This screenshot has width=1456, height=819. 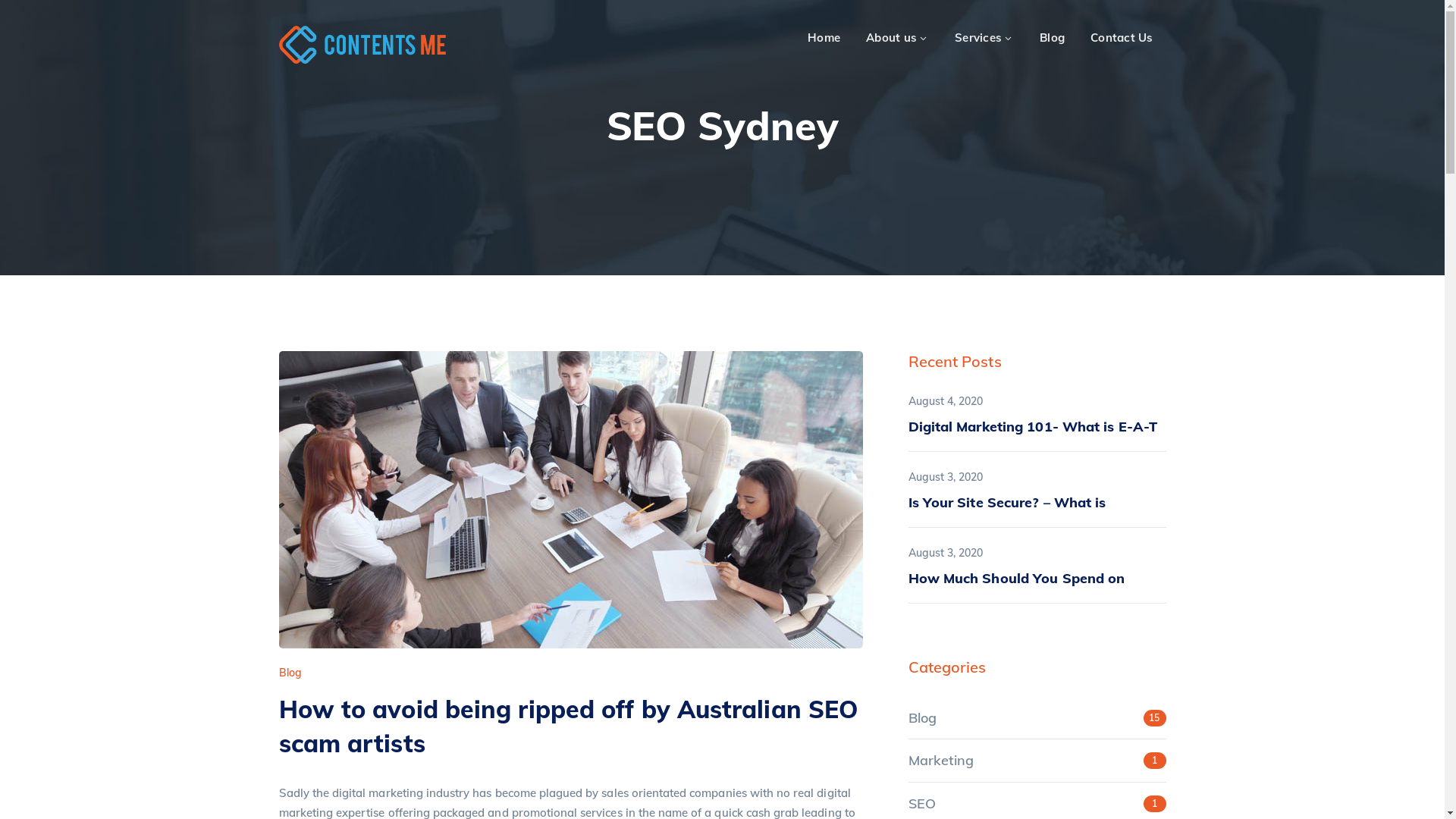 What do you see at coordinates (1032, 426) in the screenshot?
I see `'Digital Marketing 101- What is E-A-T'` at bounding box center [1032, 426].